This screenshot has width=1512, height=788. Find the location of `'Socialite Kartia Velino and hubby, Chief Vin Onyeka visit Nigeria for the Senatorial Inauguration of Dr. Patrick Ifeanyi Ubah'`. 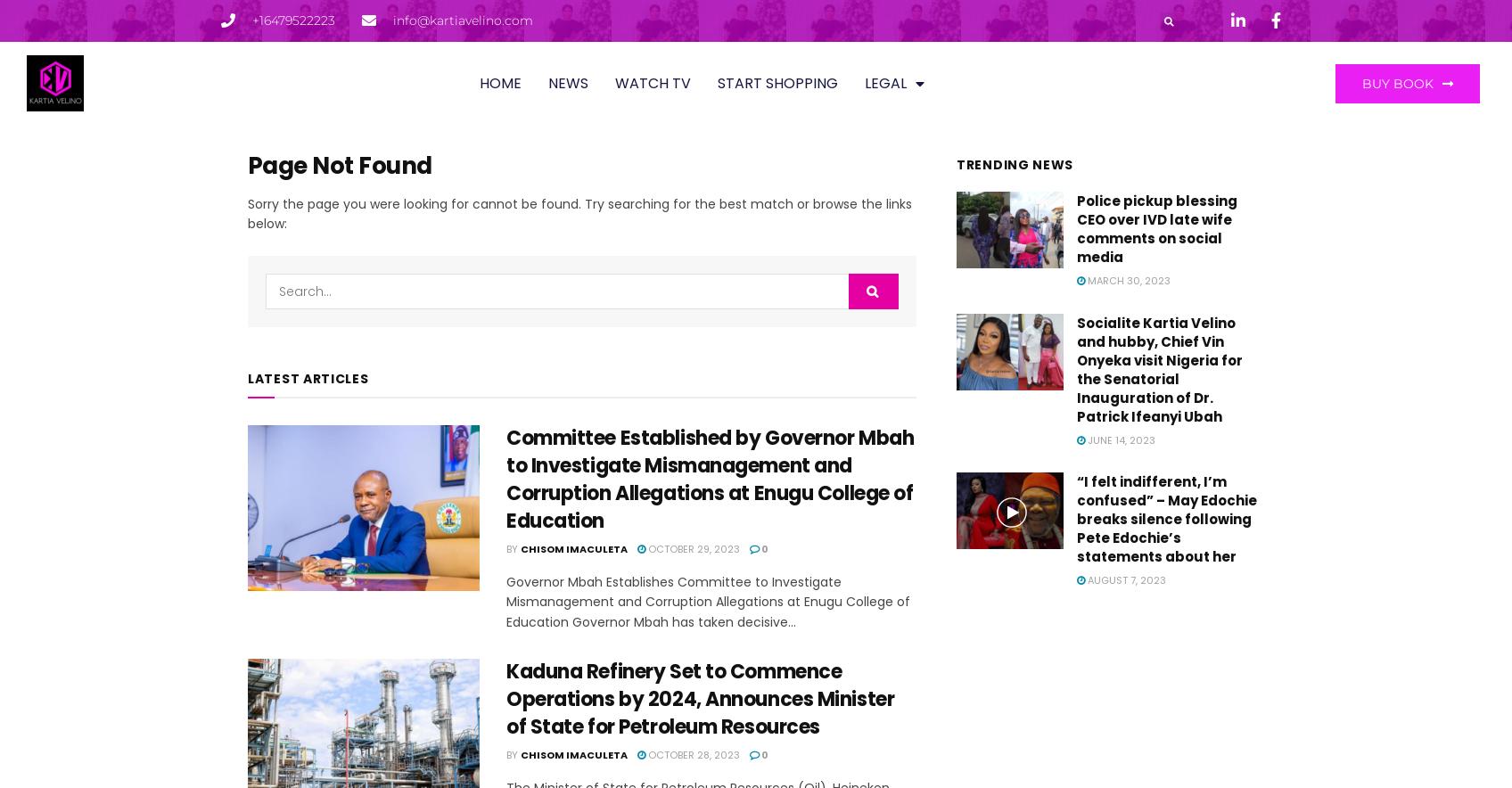

'Socialite Kartia Velino and hubby, Chief Vin Onyeka visit Nigeria for the Senatorial Inauguration of Dr. Patrick Ifeanyi Ubah' is located at coordinates (1160, 367).